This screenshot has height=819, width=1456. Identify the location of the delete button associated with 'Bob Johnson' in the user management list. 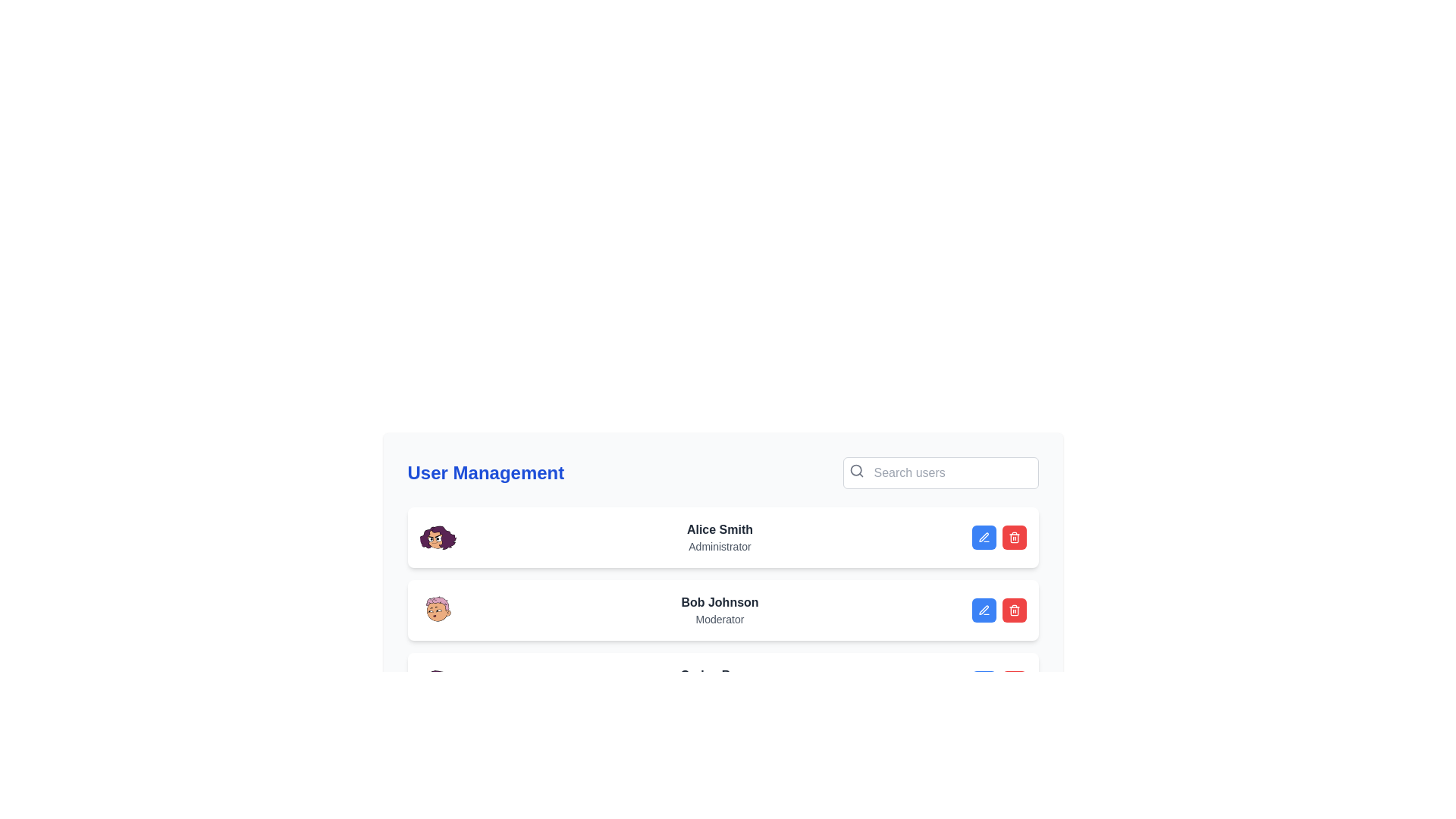
(1014, 537).